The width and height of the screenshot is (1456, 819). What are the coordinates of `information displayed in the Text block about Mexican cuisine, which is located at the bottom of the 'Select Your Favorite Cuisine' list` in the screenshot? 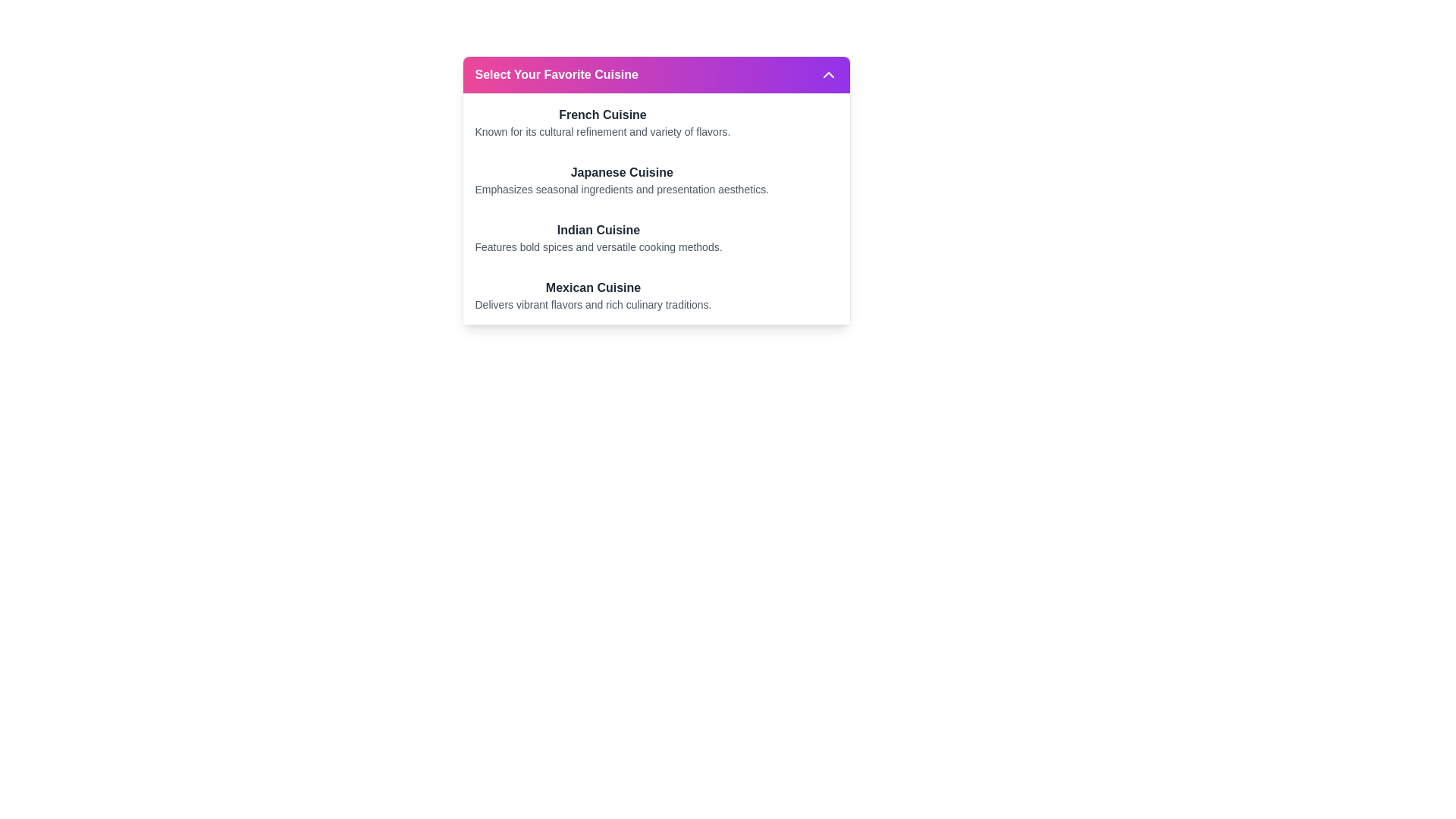 It's located at (592, 295).